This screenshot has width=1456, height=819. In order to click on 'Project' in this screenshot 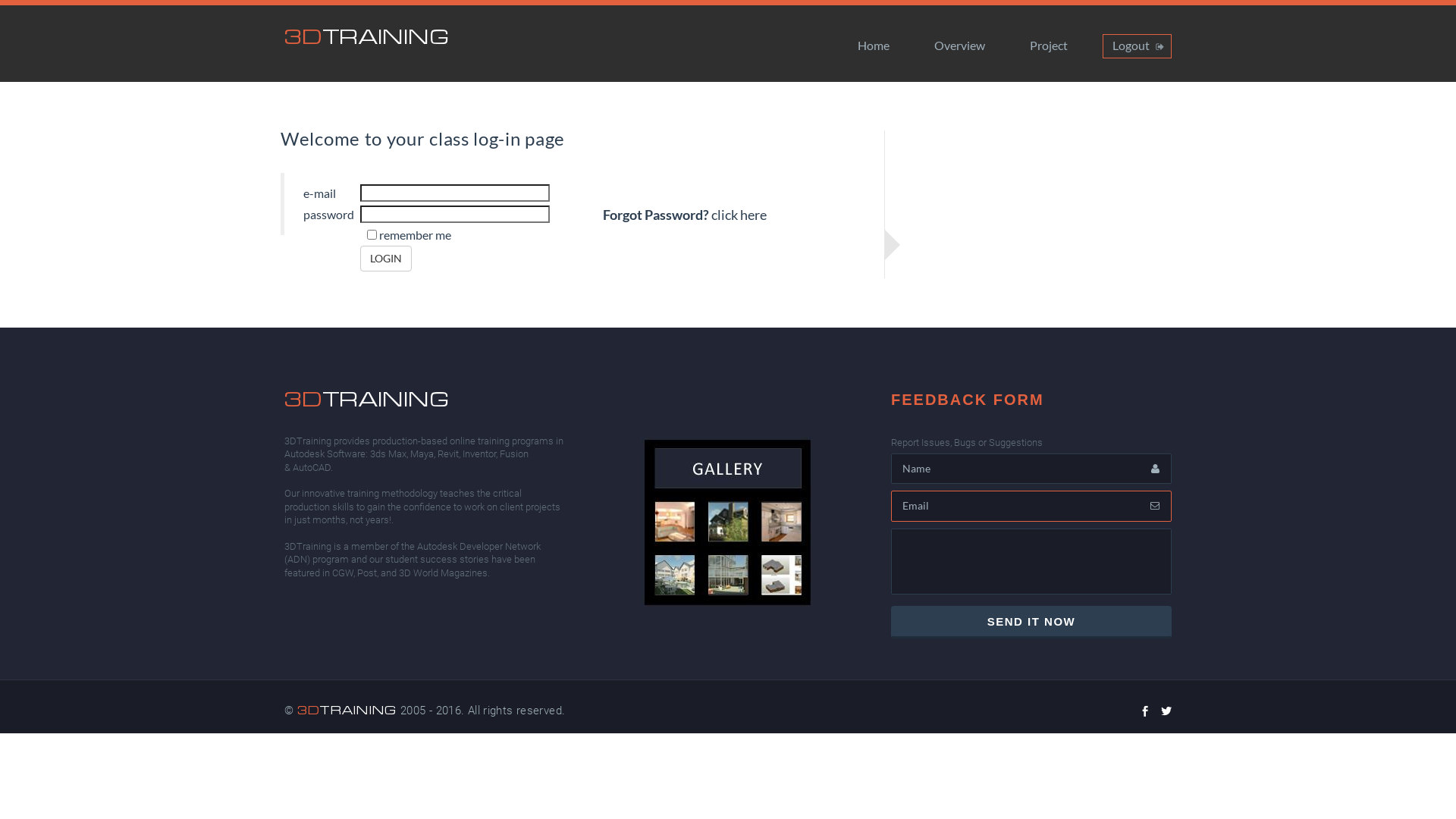, I will do `click(1047, 45)`.